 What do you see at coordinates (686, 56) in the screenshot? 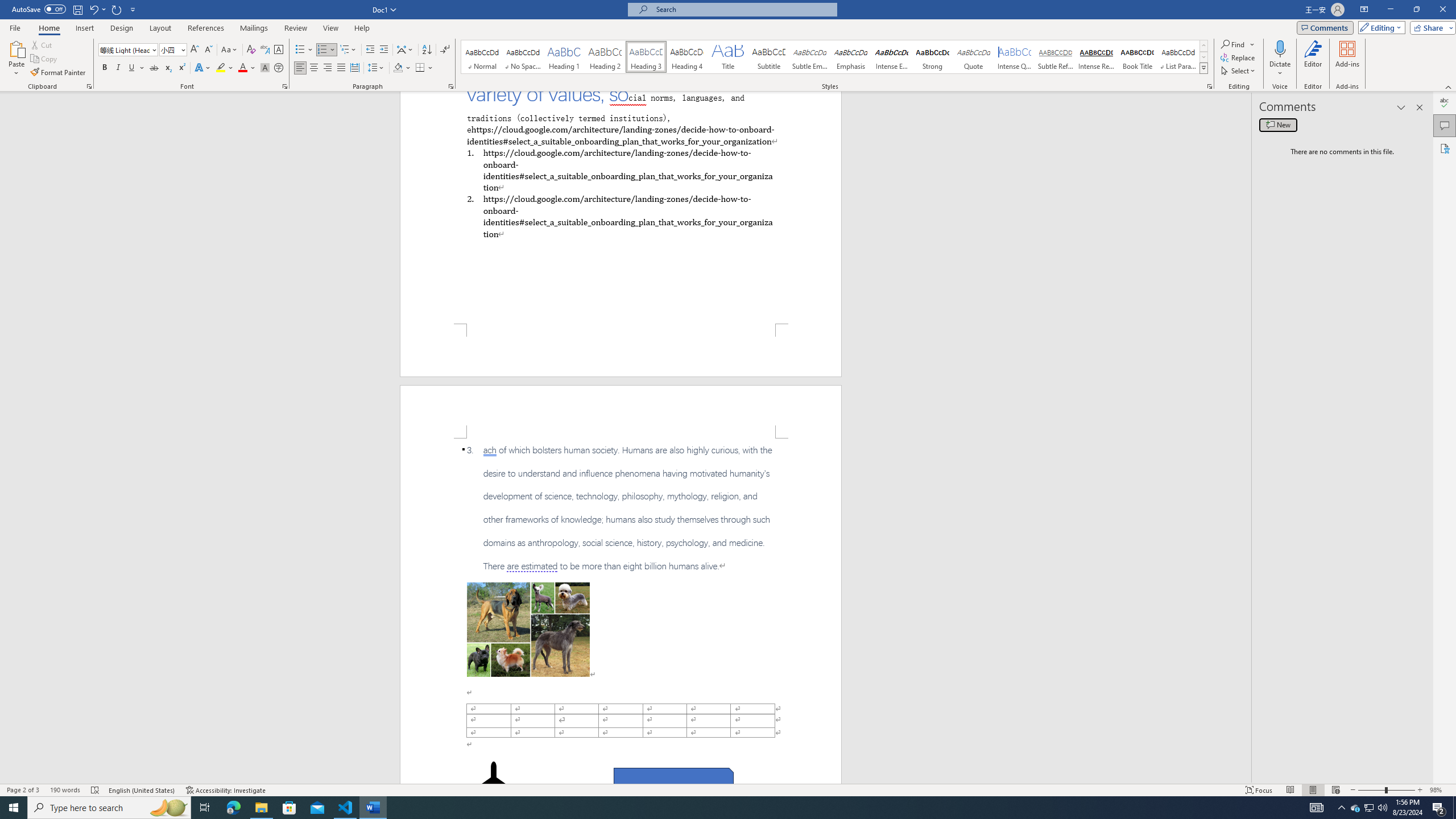
I see `'Heading 4'` at bounding box center [686, 56].